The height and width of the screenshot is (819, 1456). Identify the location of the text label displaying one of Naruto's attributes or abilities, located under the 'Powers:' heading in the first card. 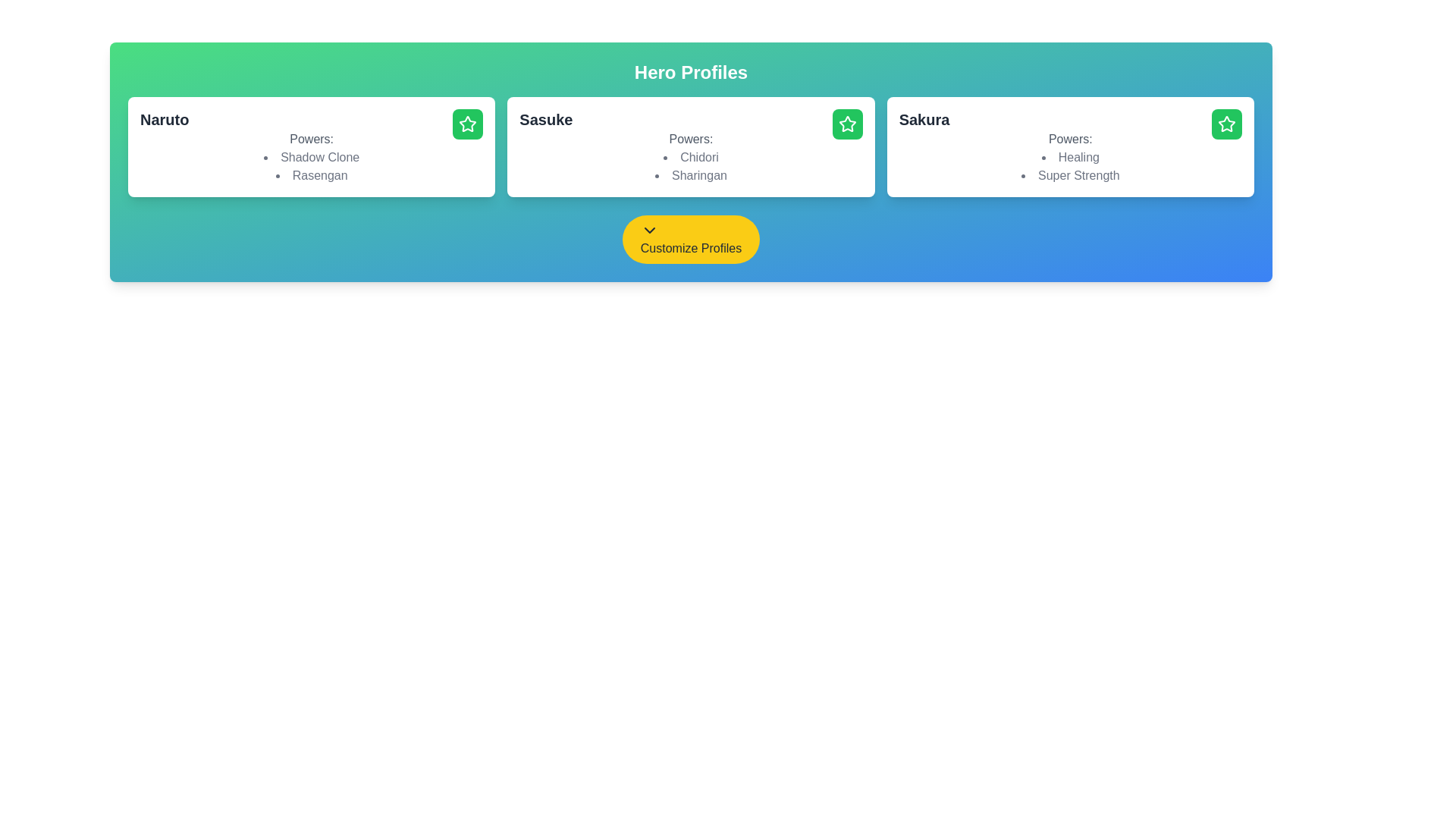
(311, 158).